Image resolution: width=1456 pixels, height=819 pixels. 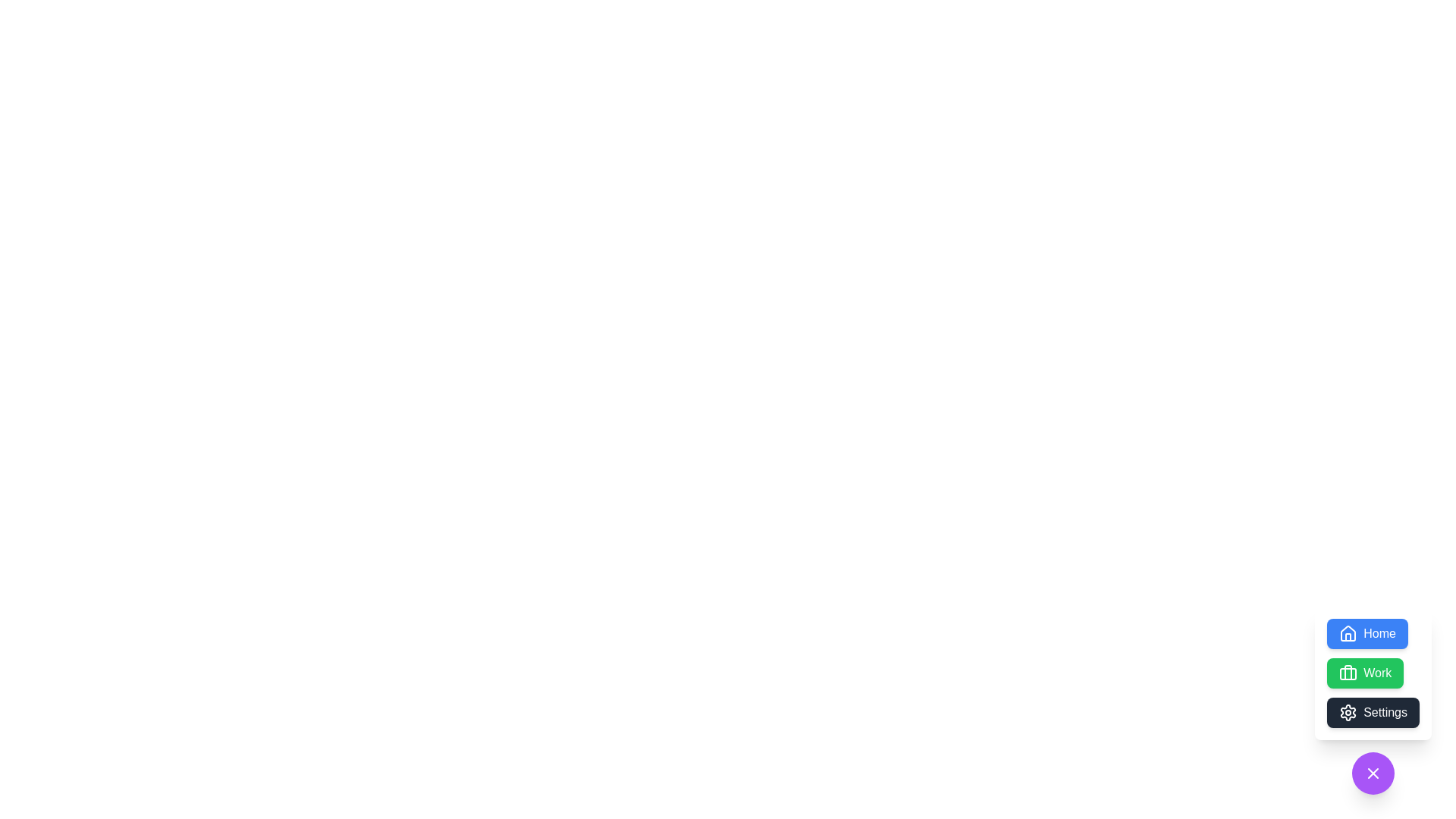 What do you see at coordinates (1367, 634) in the screenshot?
I see `the 'Home' button, which is a rectangular button with a blue background and white bold text, located in the bottom-right quadrant of the interface` at bounding box center [1367, 634].